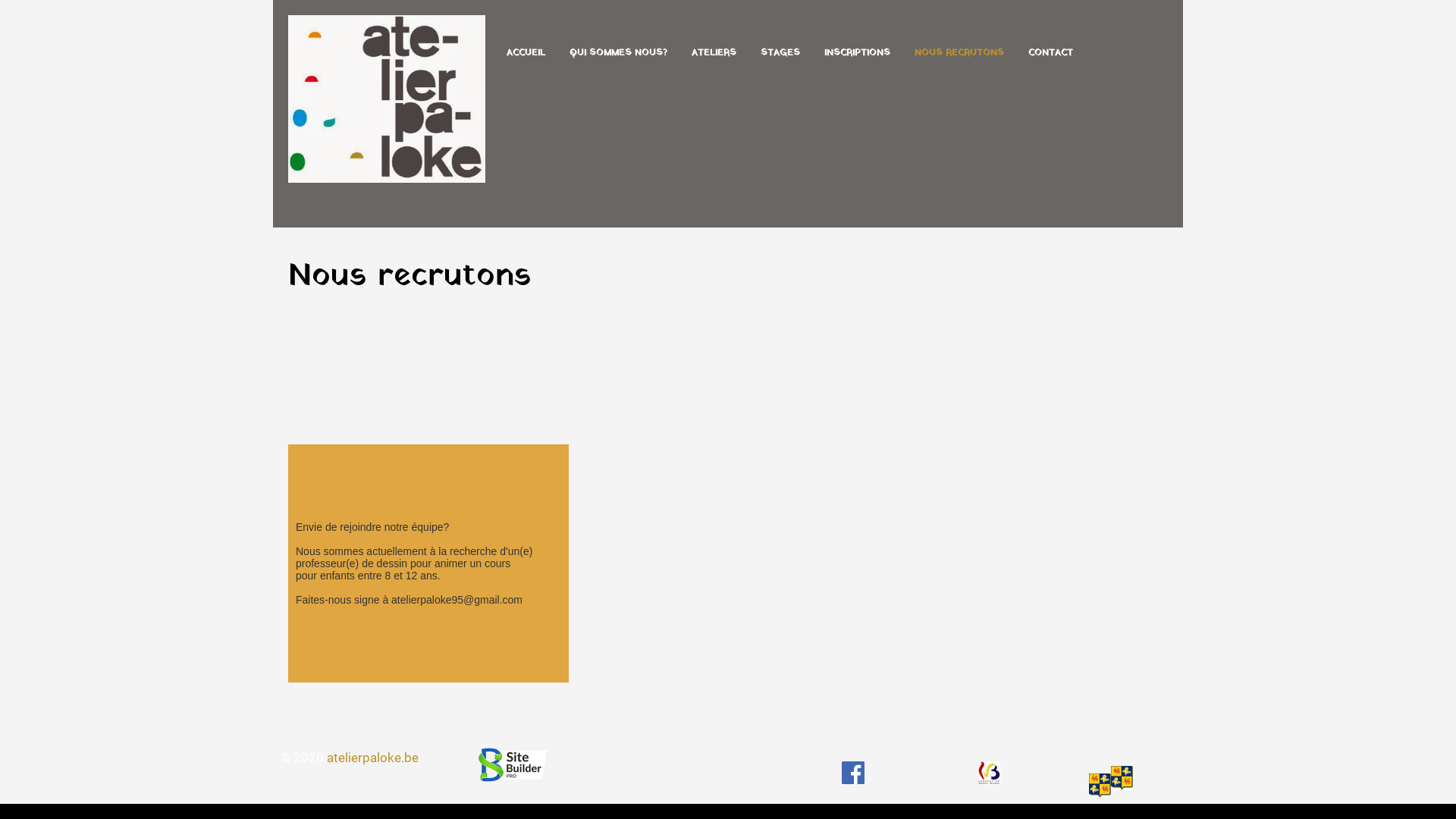 The image size is (1456, 819). What do you see at coordinates (713, 54) in the screenshot?
I see `'ATELIERS'` at bounding box center [713, 54].